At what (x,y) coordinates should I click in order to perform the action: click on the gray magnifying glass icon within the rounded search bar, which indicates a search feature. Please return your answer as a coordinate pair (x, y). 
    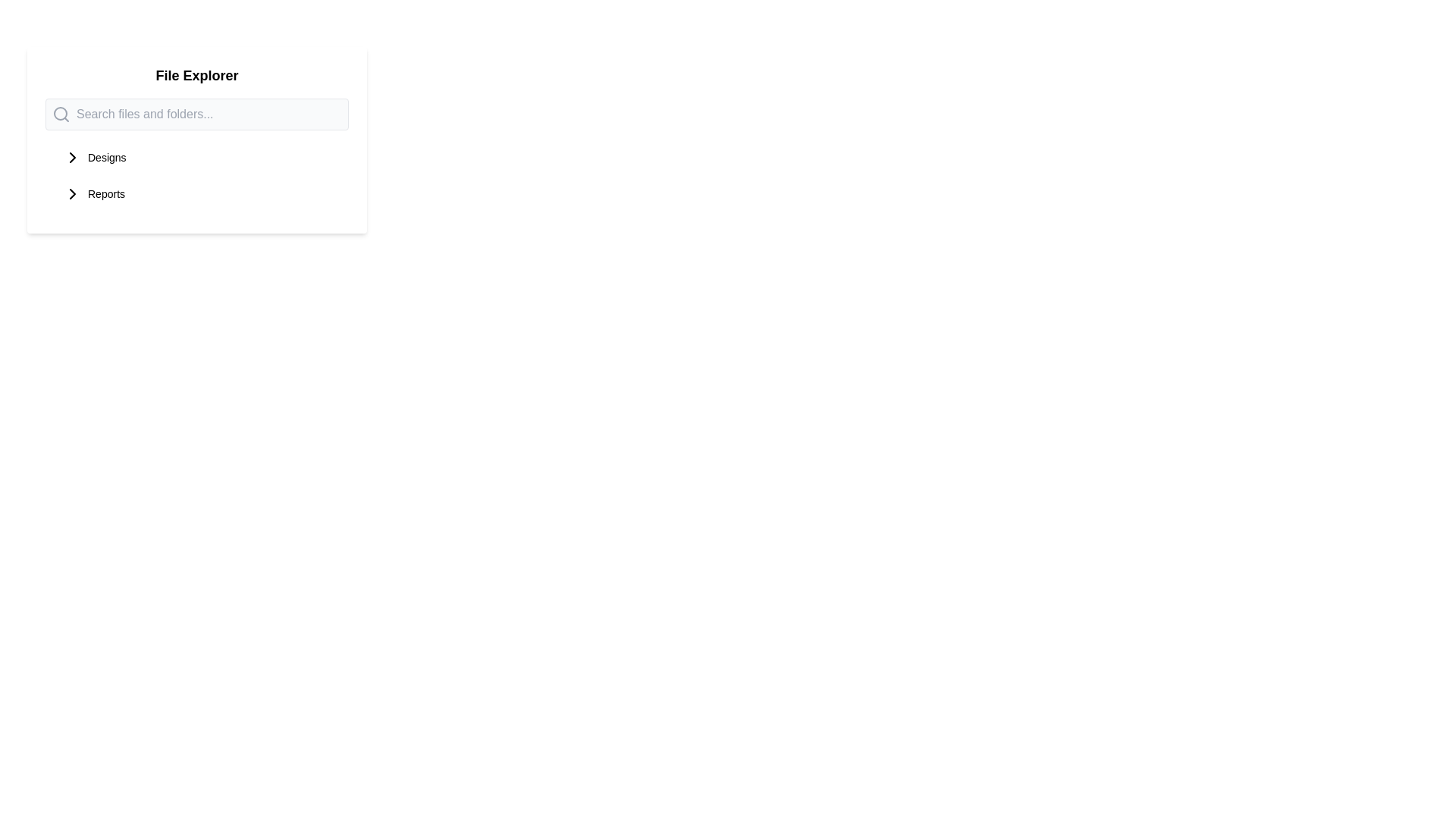
    Looking at the image, I should click on (61, 113).